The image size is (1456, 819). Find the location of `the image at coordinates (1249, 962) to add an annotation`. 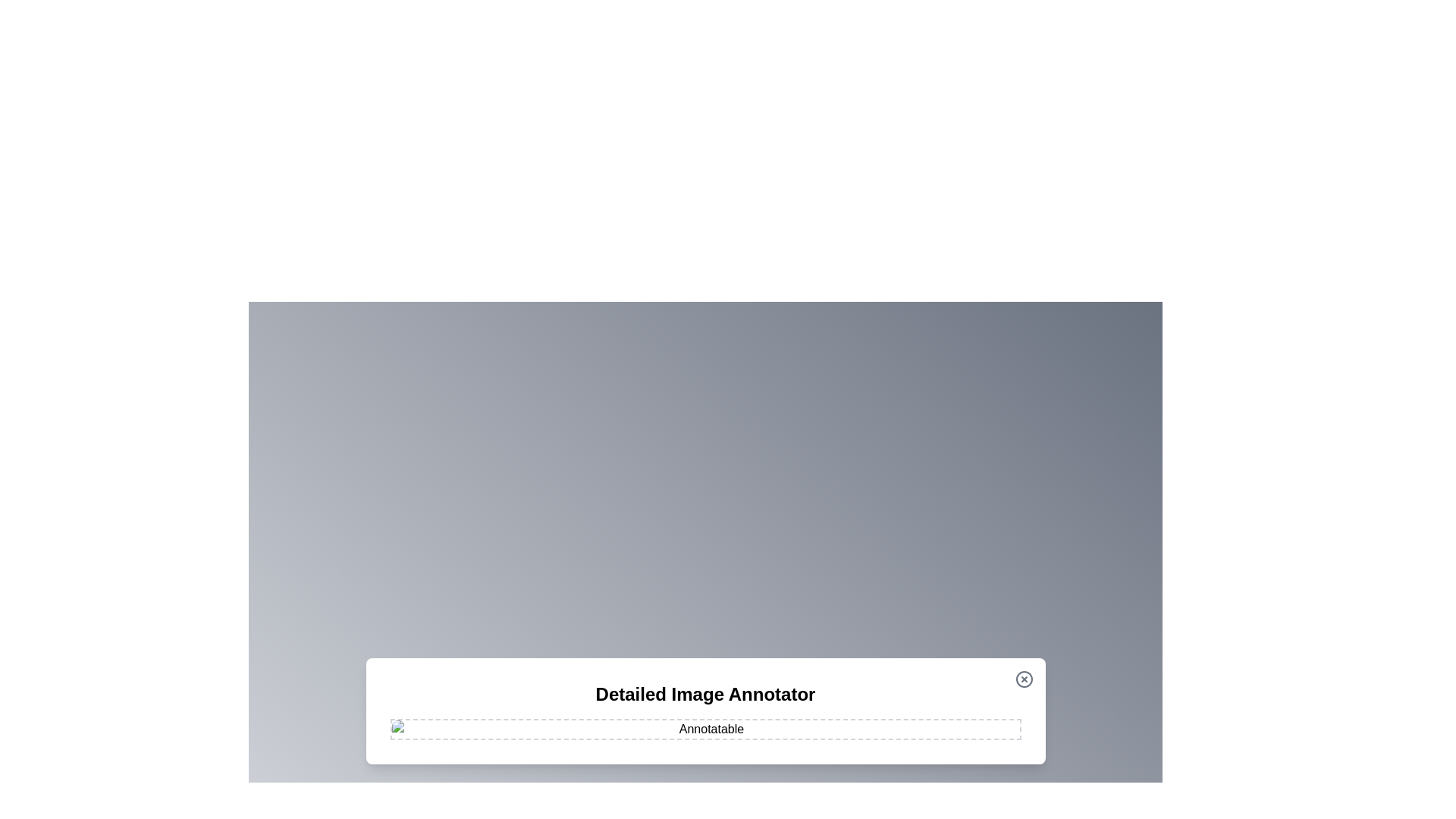

the image at coordinates (1249, 962) to add an annotation is located at coordinates (946, 728).